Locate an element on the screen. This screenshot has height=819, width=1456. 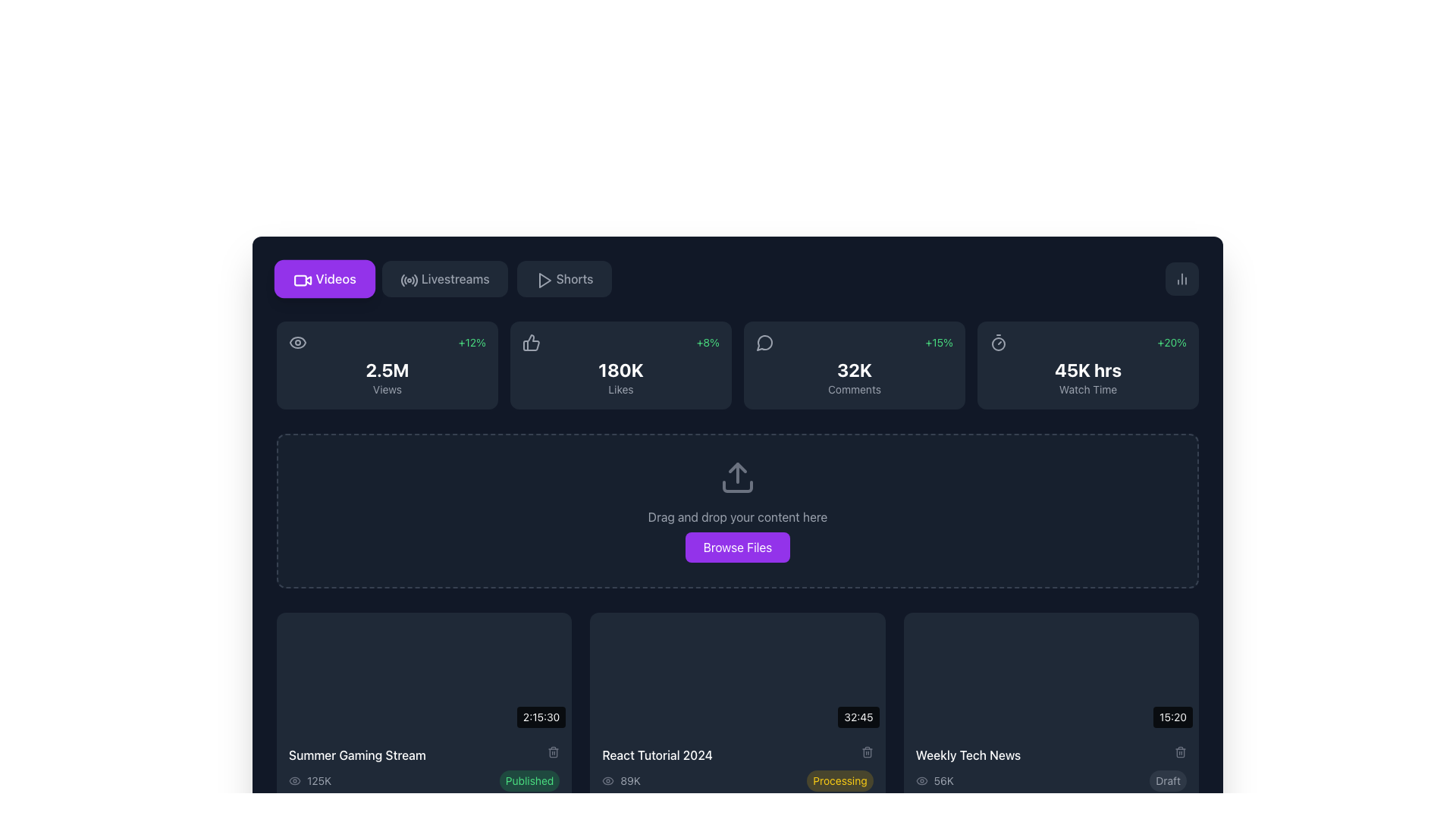
the text label displaying a percentage value, located to the right of the numerical figure '32K' in the top section of the interface is located at coordinates (938, 342).